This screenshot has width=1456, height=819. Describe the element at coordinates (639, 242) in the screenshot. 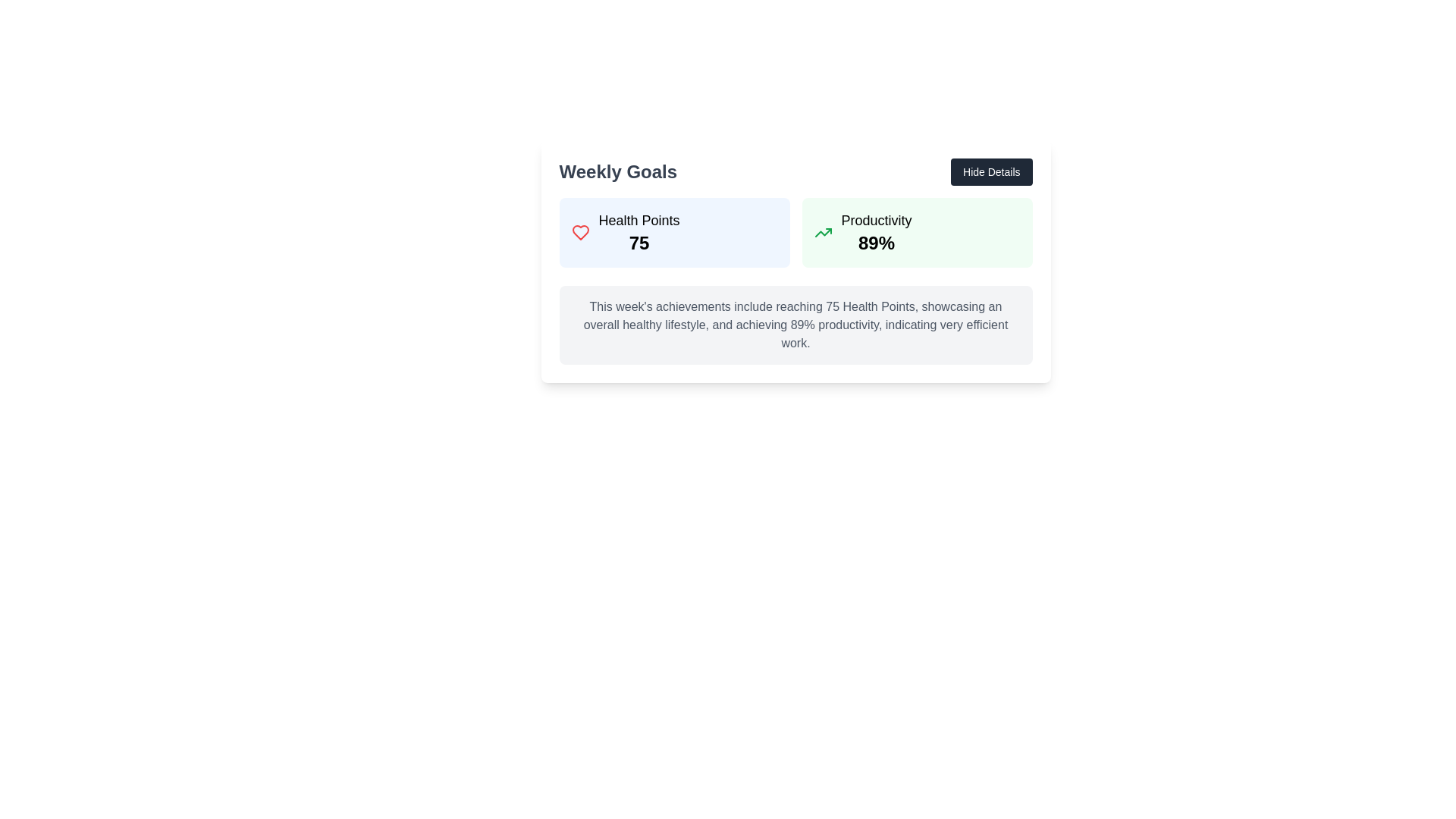

I see `numeric value displayed in the text label for 'Health Points', which is located in a blue-colored box in the left column of the 'Weekly Goals' section, directly below the 'Health Points' label` at that location.